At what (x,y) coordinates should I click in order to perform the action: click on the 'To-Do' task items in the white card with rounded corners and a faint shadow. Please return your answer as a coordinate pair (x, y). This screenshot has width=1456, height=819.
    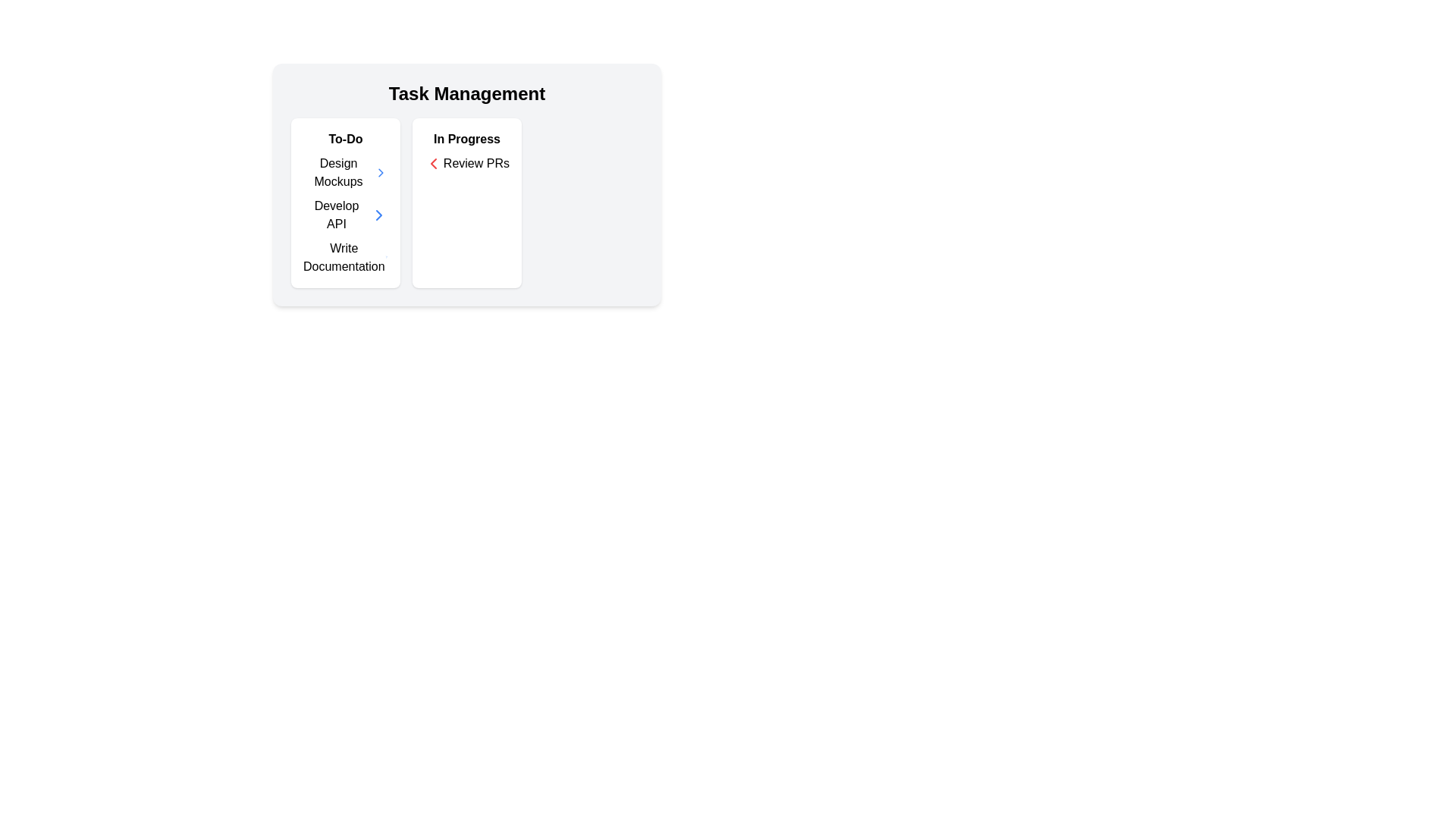
    Looking at the image, I should click on (345, 202).